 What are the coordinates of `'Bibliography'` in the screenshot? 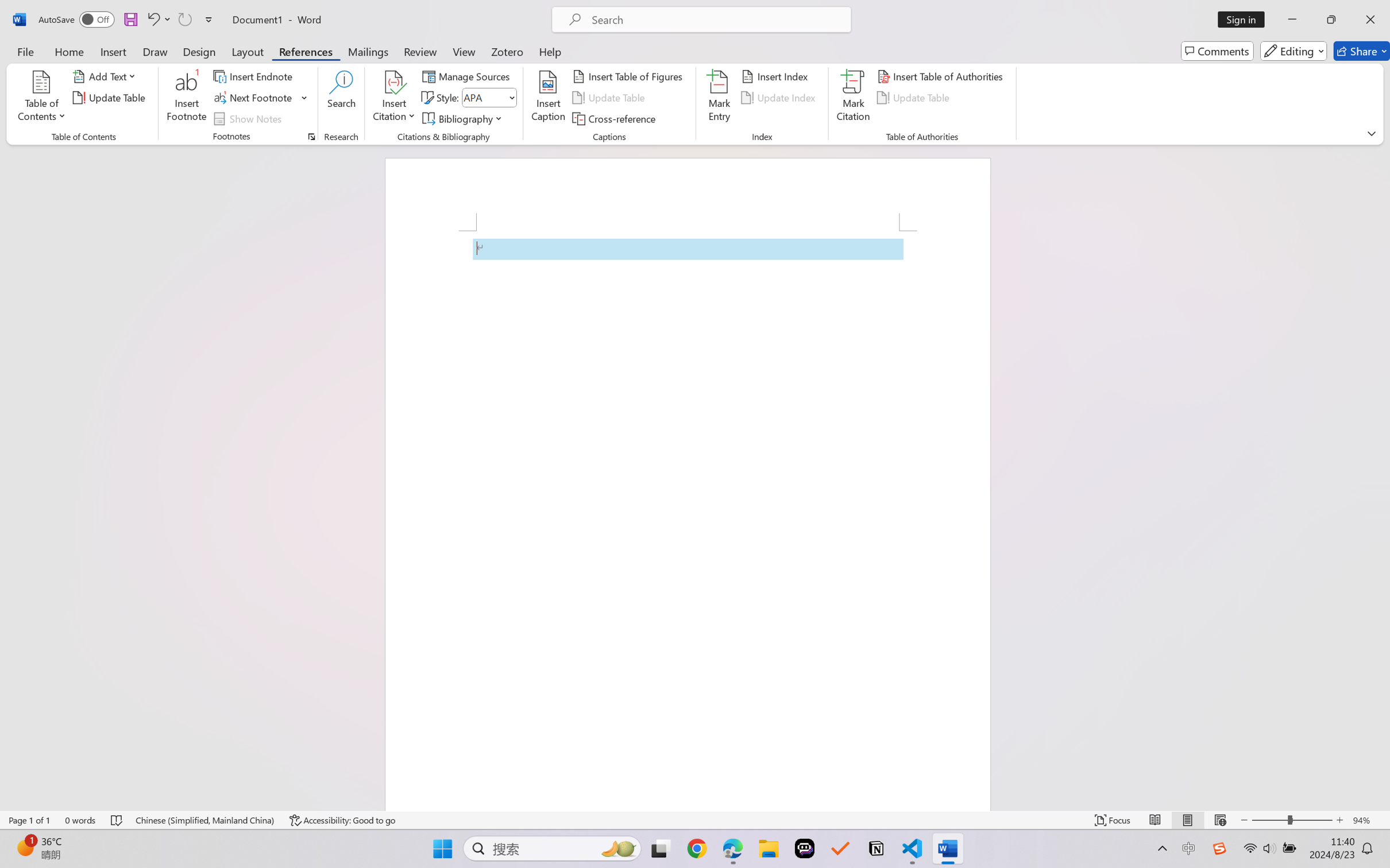 It's located at (464, 119).